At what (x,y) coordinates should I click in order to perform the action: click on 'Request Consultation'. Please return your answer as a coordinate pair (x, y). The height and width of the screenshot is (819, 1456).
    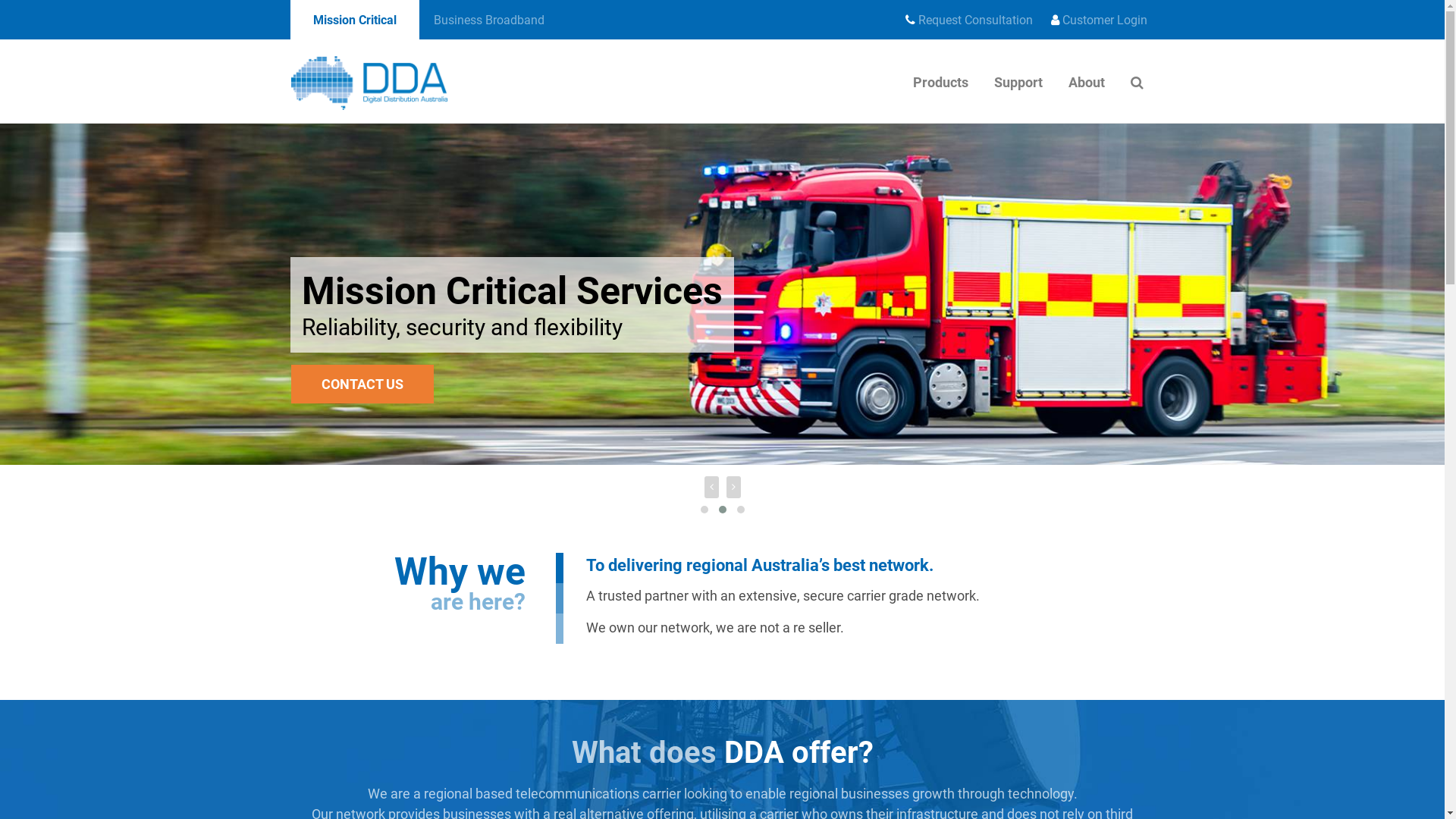
    Looking at the image, I should click on (968, 20).